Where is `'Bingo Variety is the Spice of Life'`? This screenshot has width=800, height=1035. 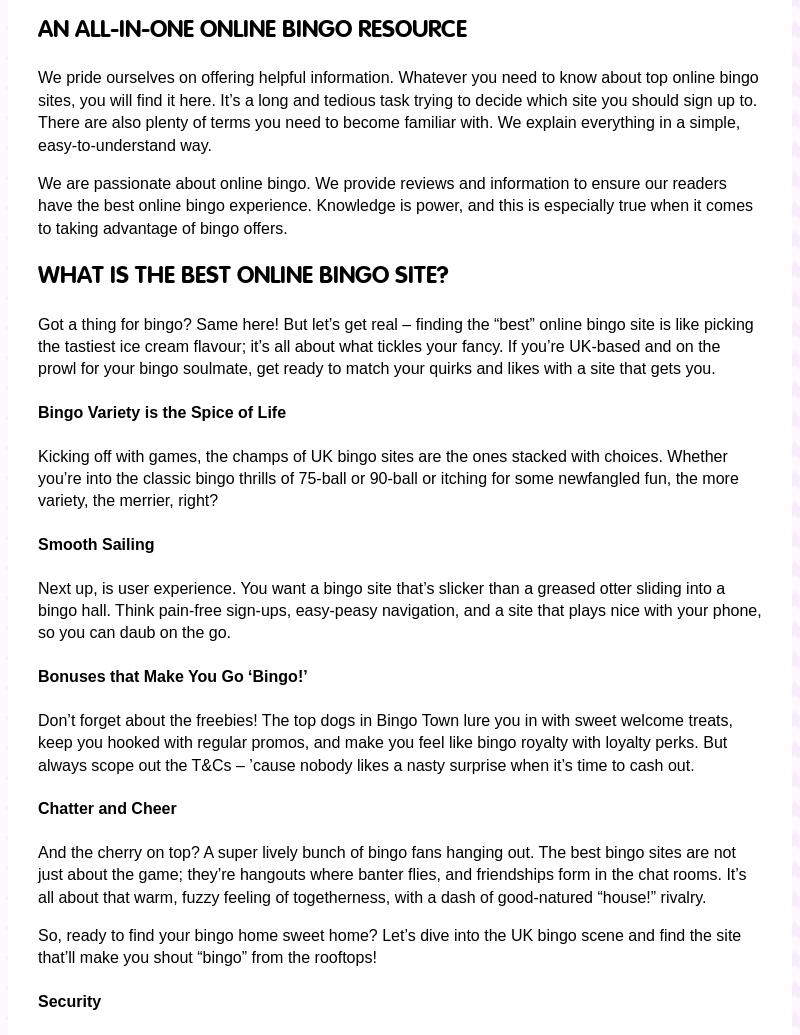 'Bingo Variety is the Spice of Life' is located at coordinates (37, 411).